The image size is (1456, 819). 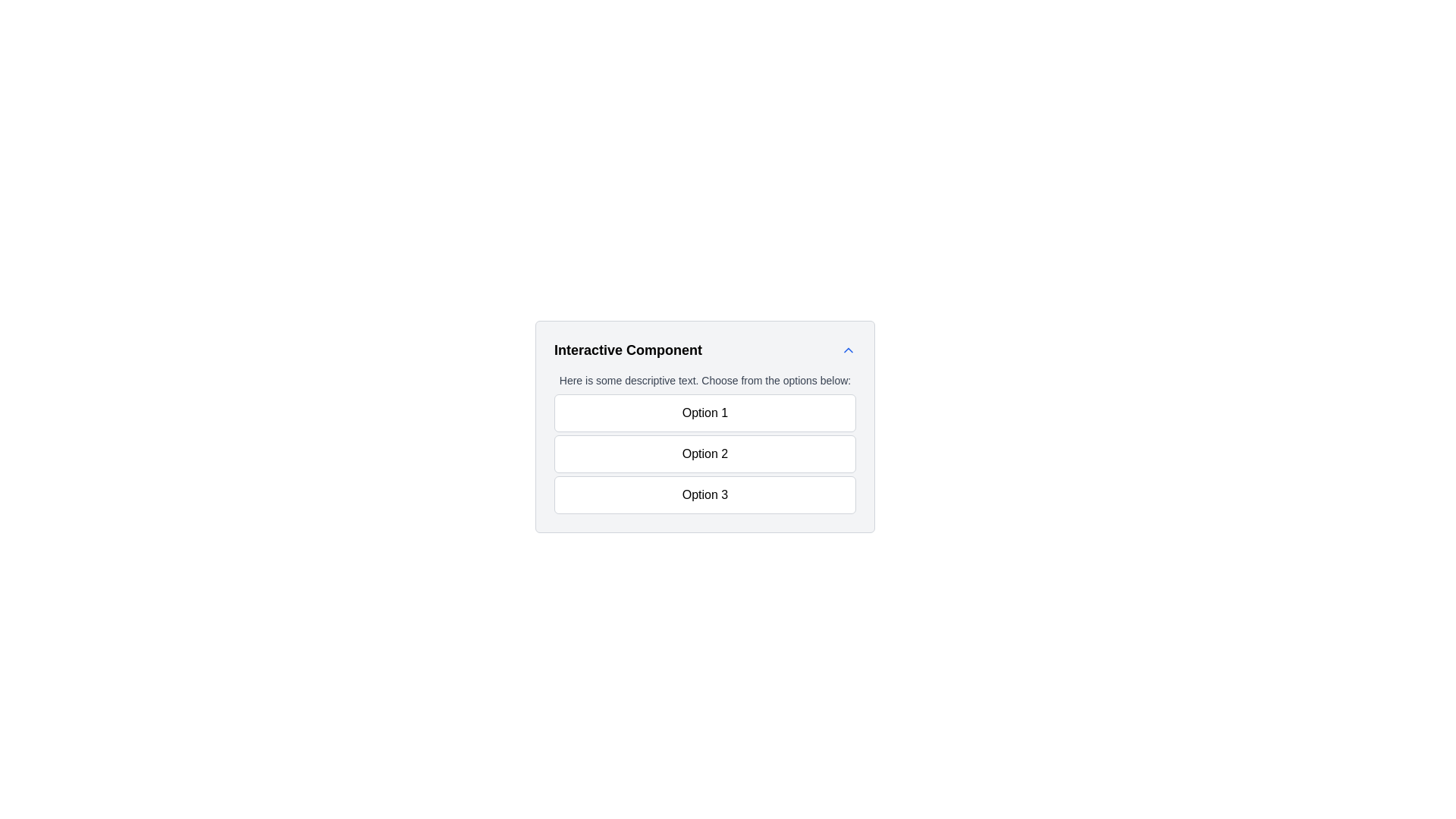 I want to click on the button labeled 'Option 1', which is a rectangular button with rounded corners and a light background color, to trigger its hover state, so click(x=704, y=413).